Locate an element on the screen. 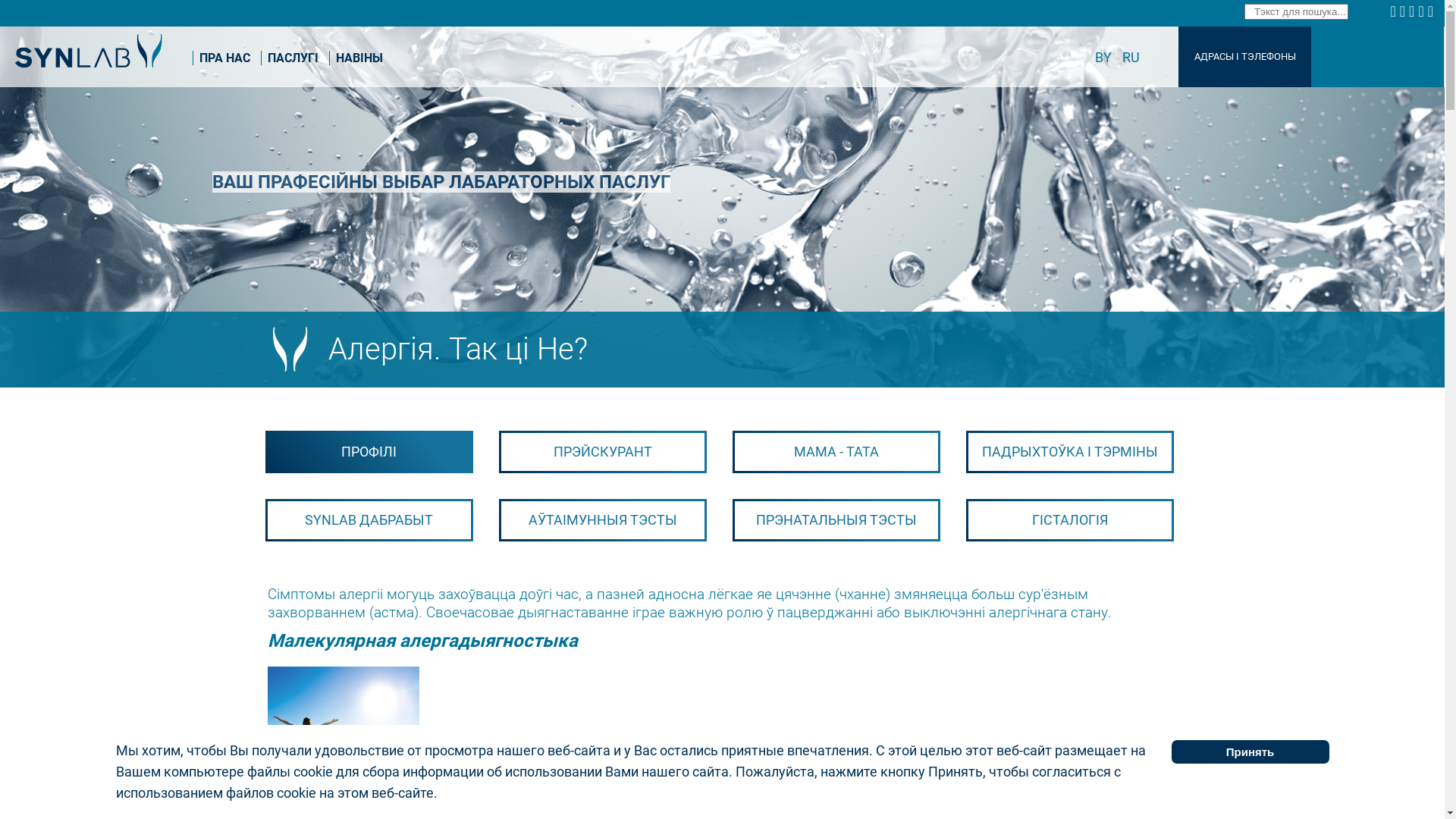 The width and height of the screenshot is (1456, 819). 'Instagram' is located at coordinates (1412, 11).